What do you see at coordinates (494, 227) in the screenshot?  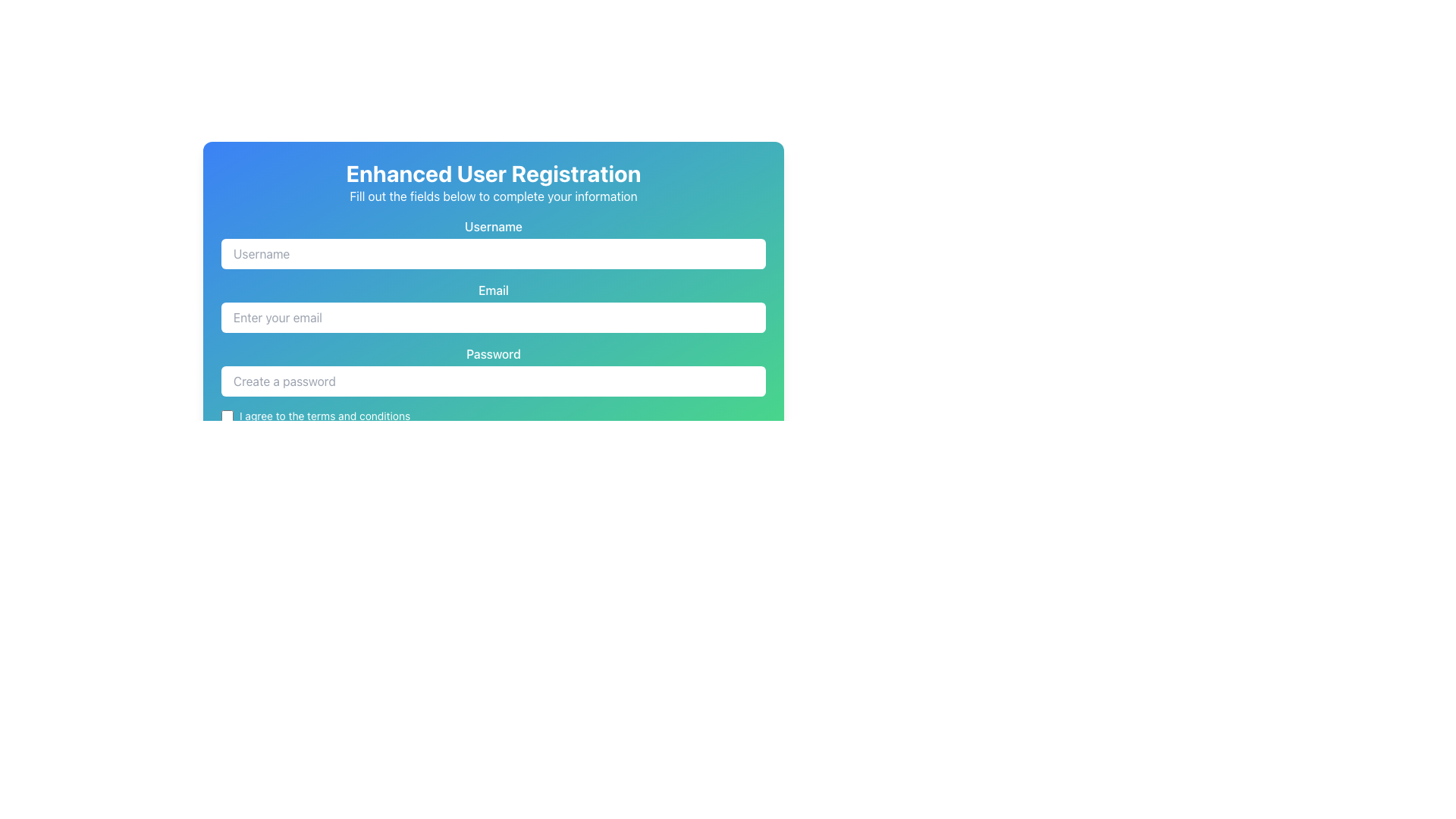 I see `the Text Label that describes the input field for 'Username', located at the top-left portion of the form interface` at bounding box center [494, 227].